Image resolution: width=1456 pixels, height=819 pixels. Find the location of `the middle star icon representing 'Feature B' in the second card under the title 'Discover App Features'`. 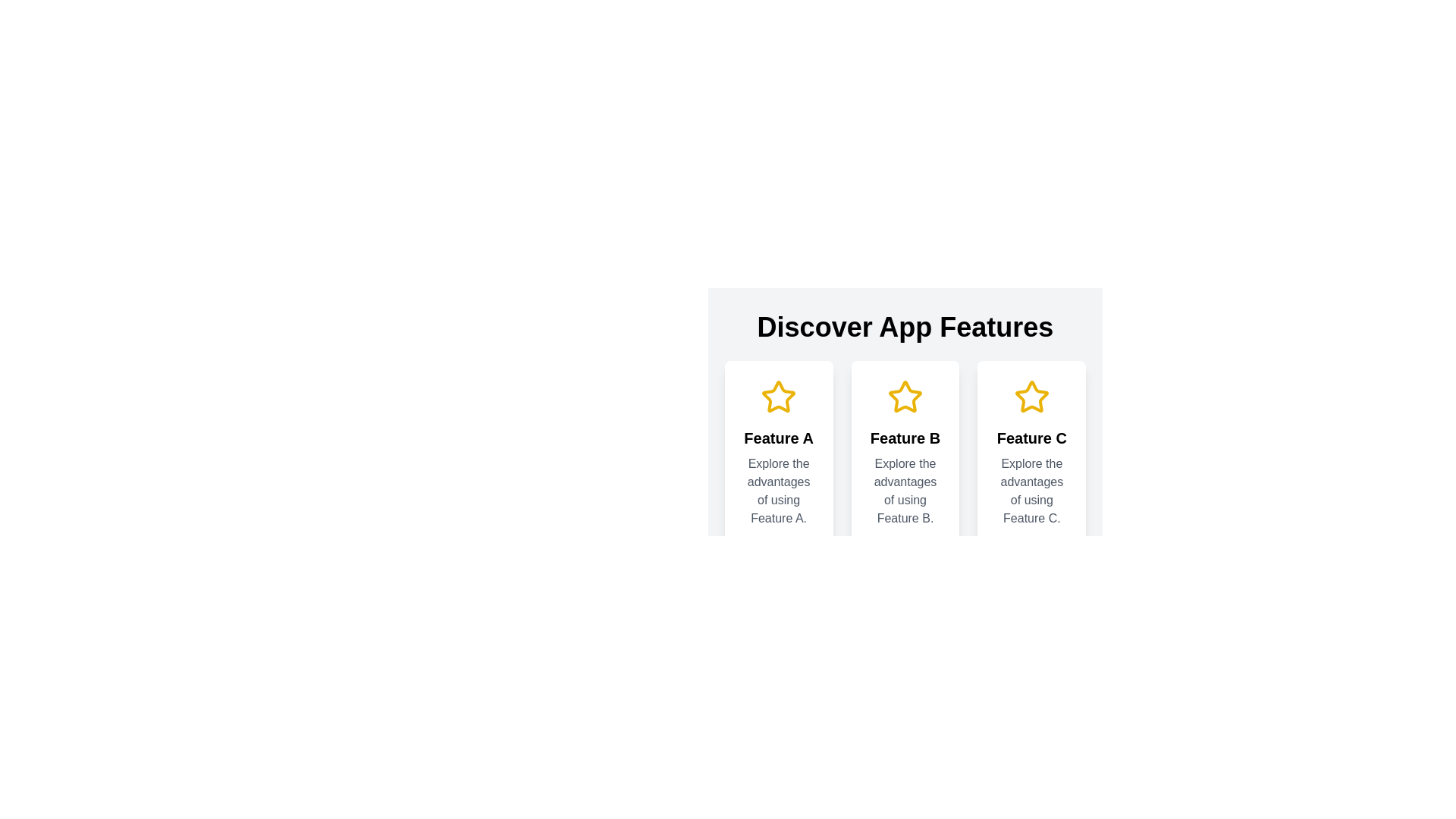

the middle star icon representing 'Feature B' in the second card under the title 'Discover App Features' is located at coordinates (905, 396).